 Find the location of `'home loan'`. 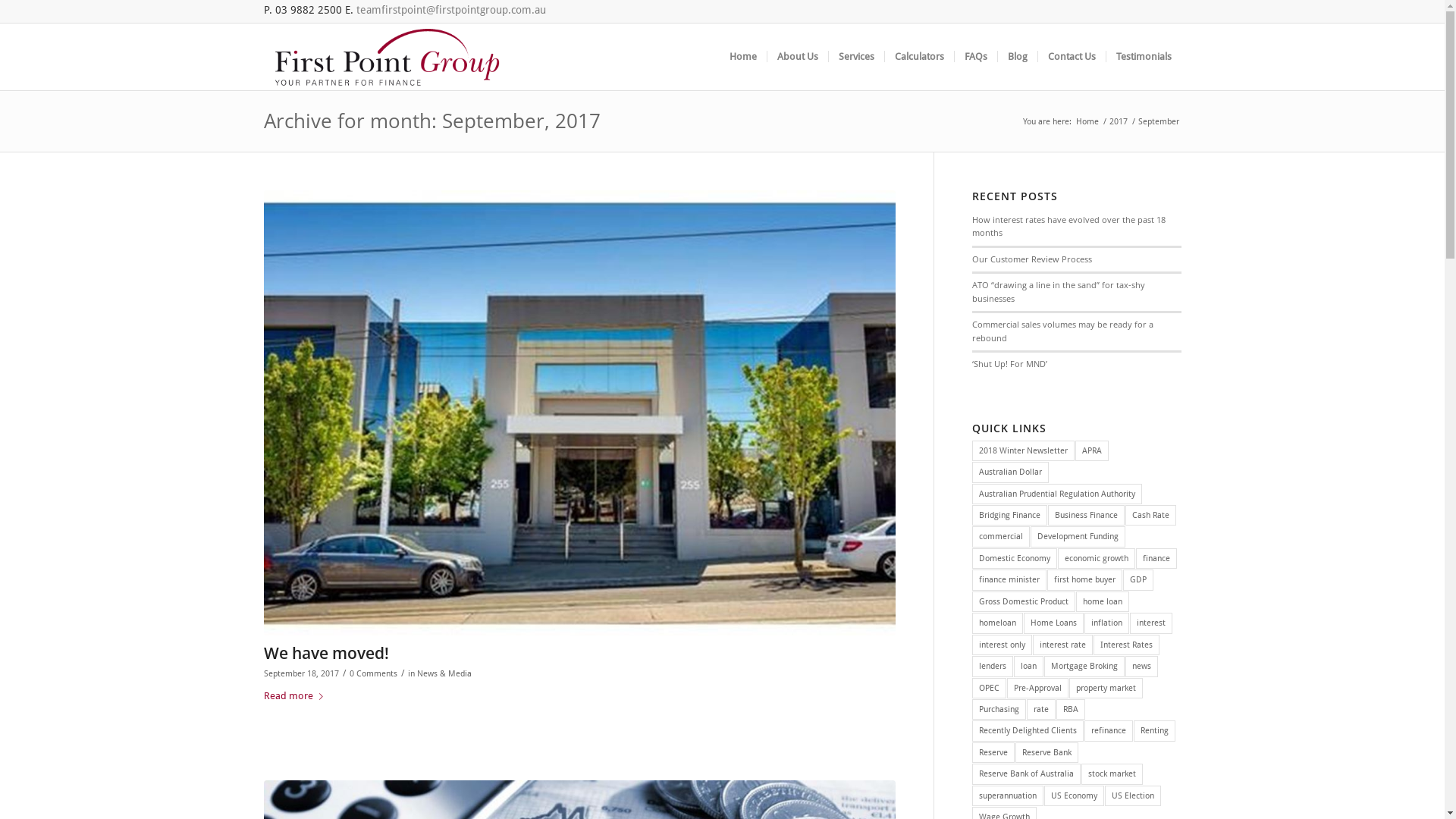

'home loan' is located at coordinates (1075, 601).